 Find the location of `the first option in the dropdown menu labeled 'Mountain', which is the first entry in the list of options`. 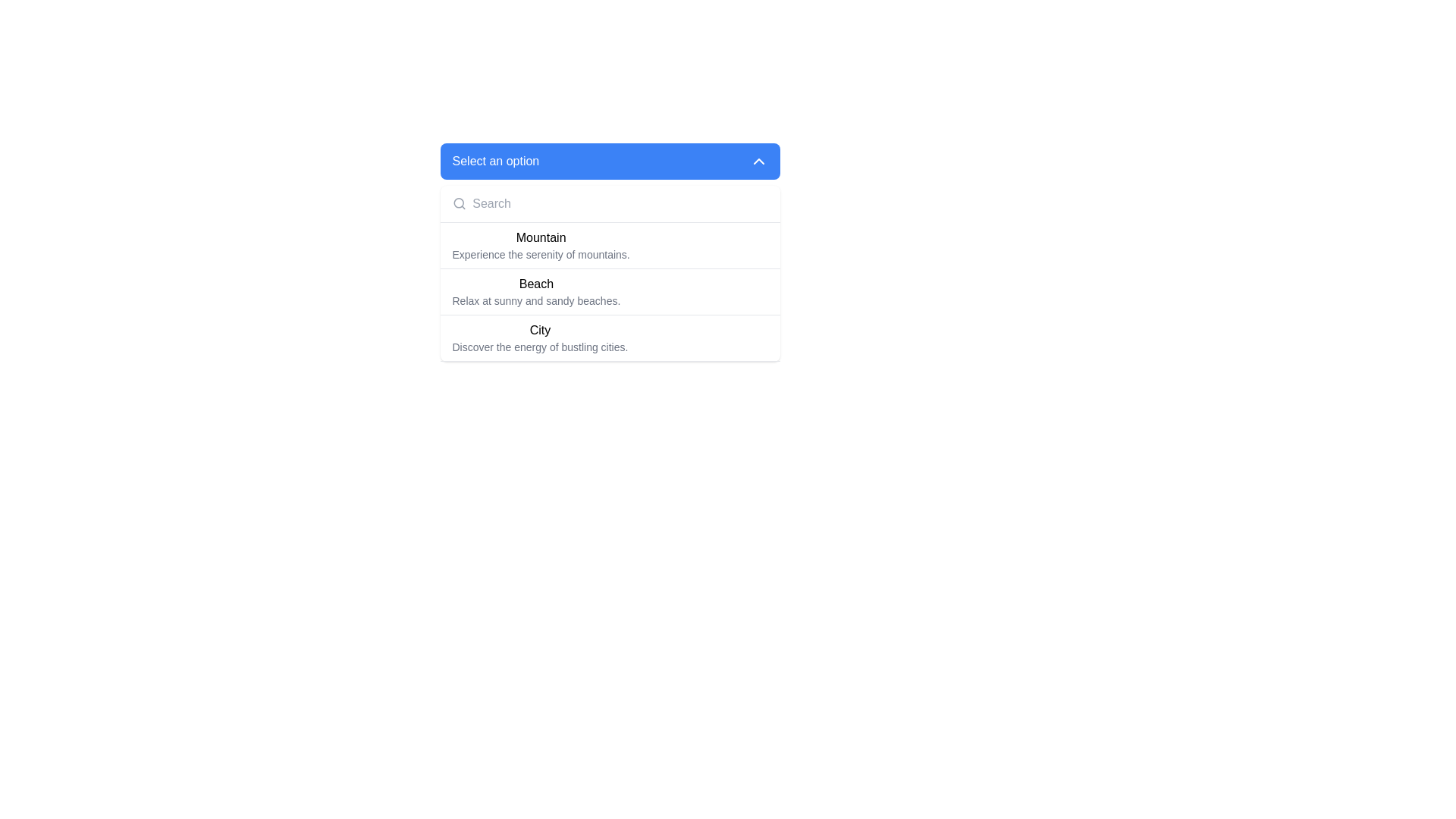

the first option in the dropdown menu labeled 'Mountain', which is the first entry in the list of options is located at coordinates (610, 245).